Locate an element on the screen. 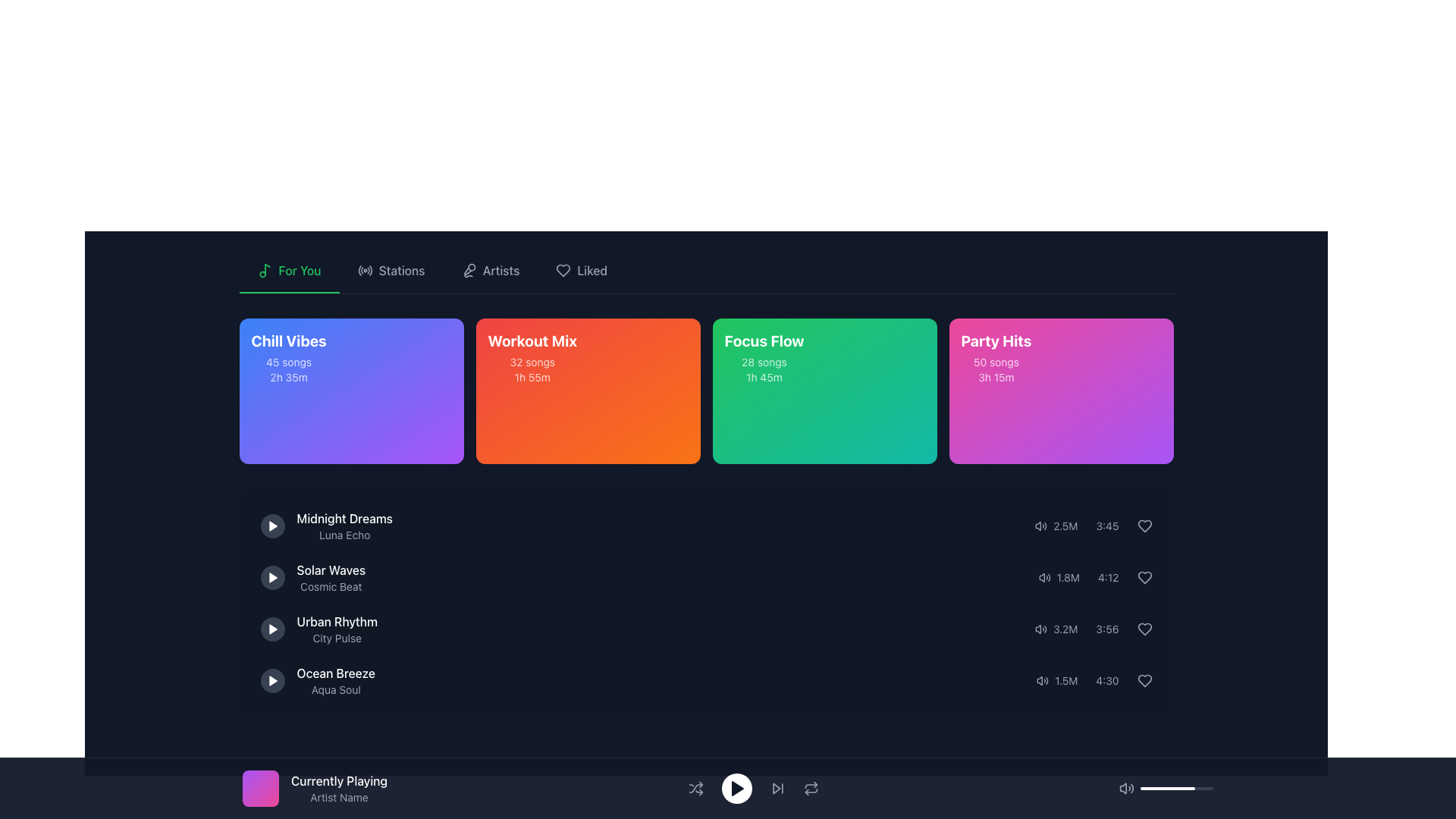 Image resolution: width=1456 pixels, height=819 pixels. the informational card titled 'Party Hits' located in the top-right section of the grid is located at coordinates (996, 357).